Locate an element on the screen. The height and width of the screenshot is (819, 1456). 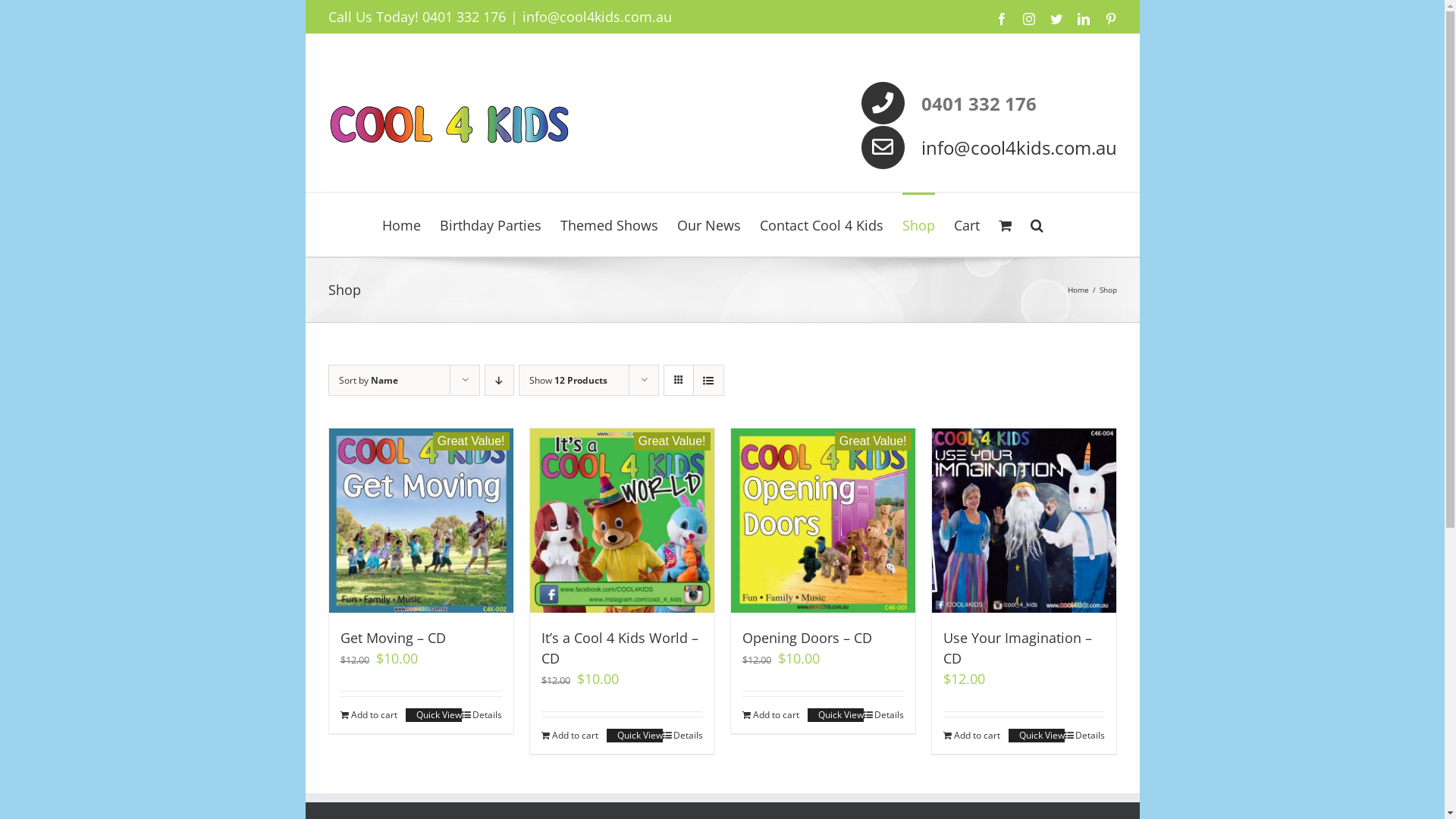
'Quick View' is located at coordinates (1036, 734).